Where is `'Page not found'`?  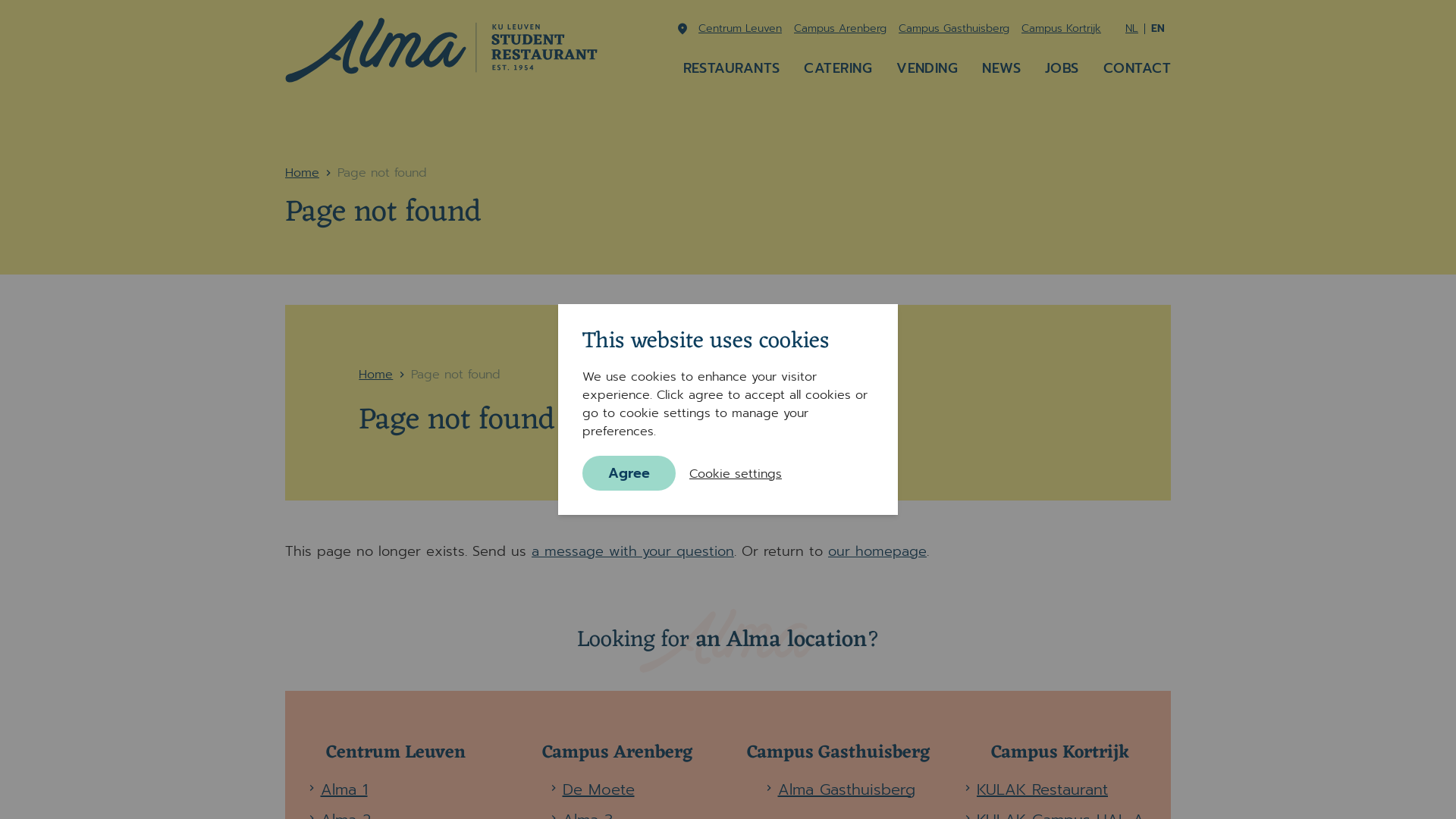
'Page not found' is located at coordinates (382, 171).